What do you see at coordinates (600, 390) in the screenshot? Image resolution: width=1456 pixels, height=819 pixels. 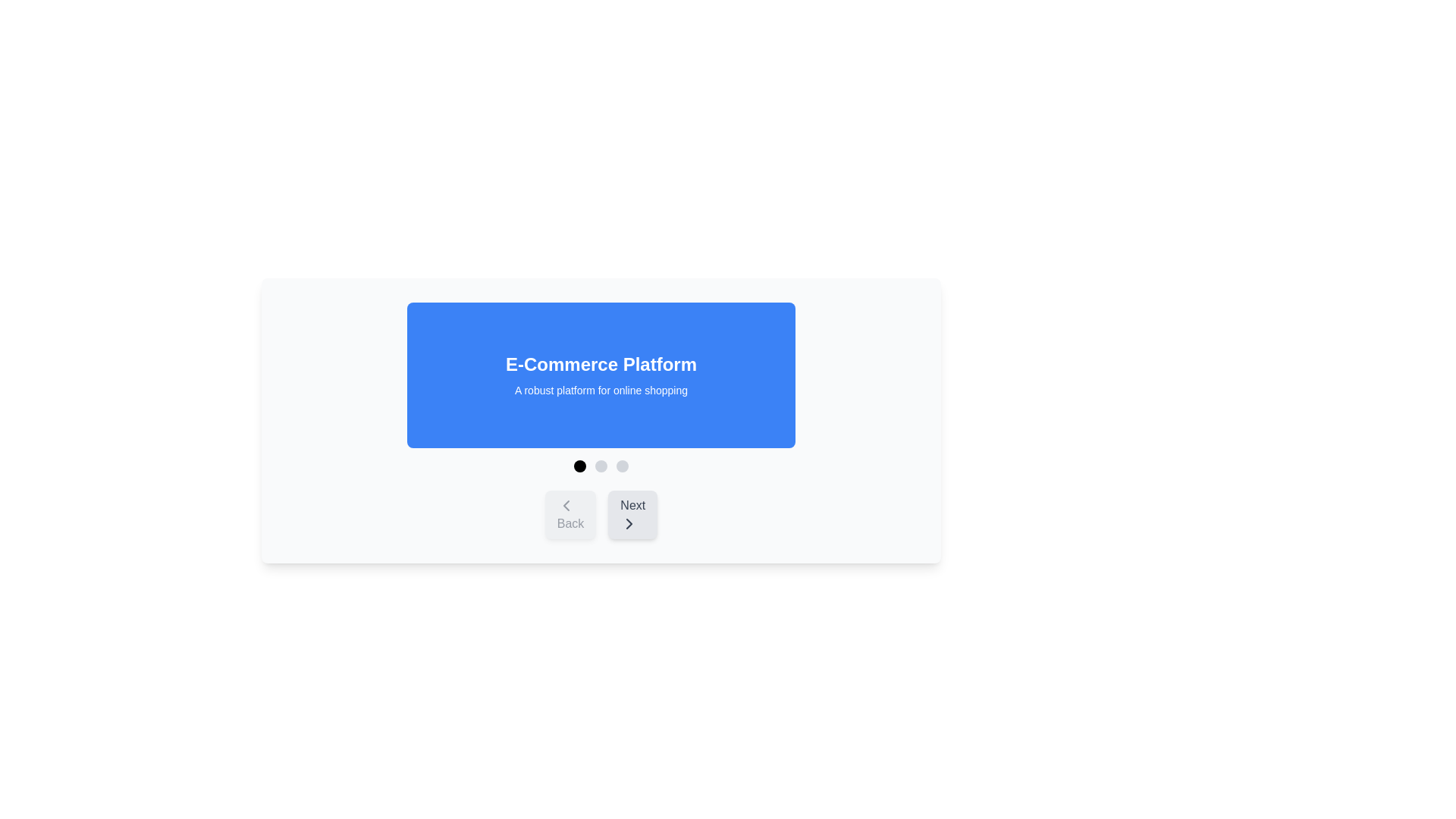 I see `the text element that reads 'A robust platform for online shopping,' which is styled with a smaller font size and is located centered below the title 'E-Commerce Platform' within a blue card-like section` at bounding box center [600, 390].